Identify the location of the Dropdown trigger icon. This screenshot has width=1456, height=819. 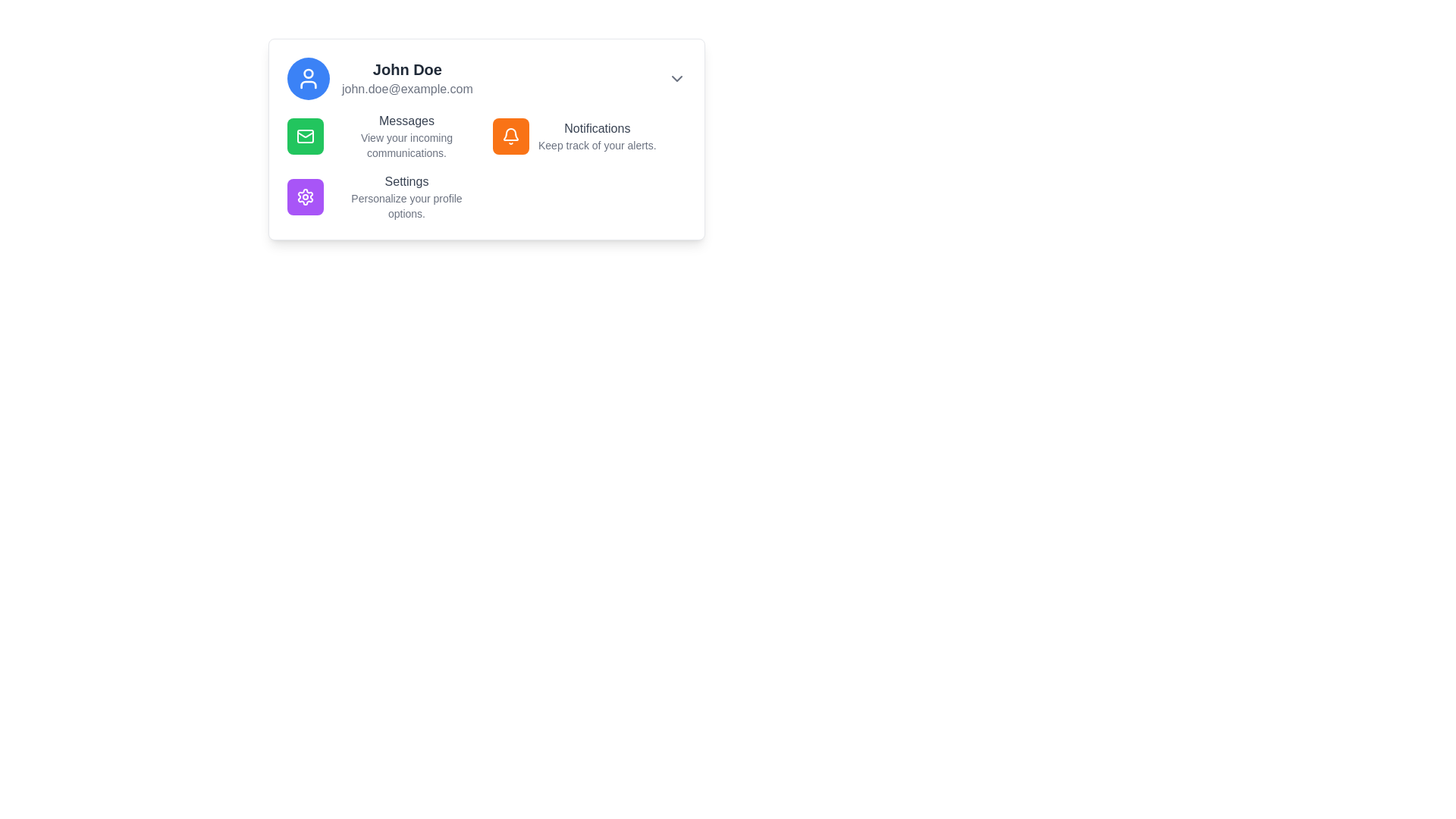
(676, 79).